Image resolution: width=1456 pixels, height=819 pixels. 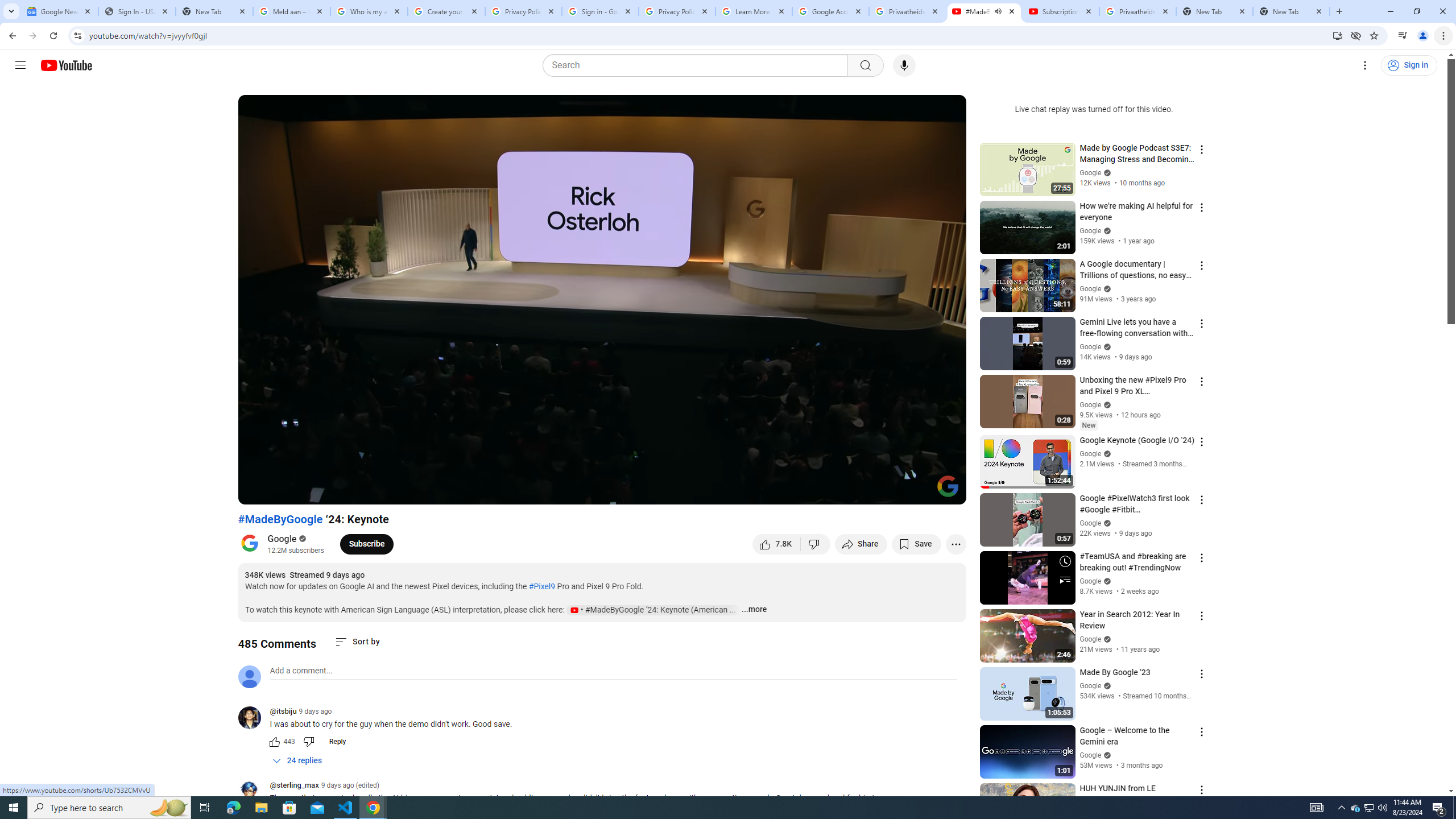 I want to click on '#MadeByGoogle', so click(x=280, y=518).